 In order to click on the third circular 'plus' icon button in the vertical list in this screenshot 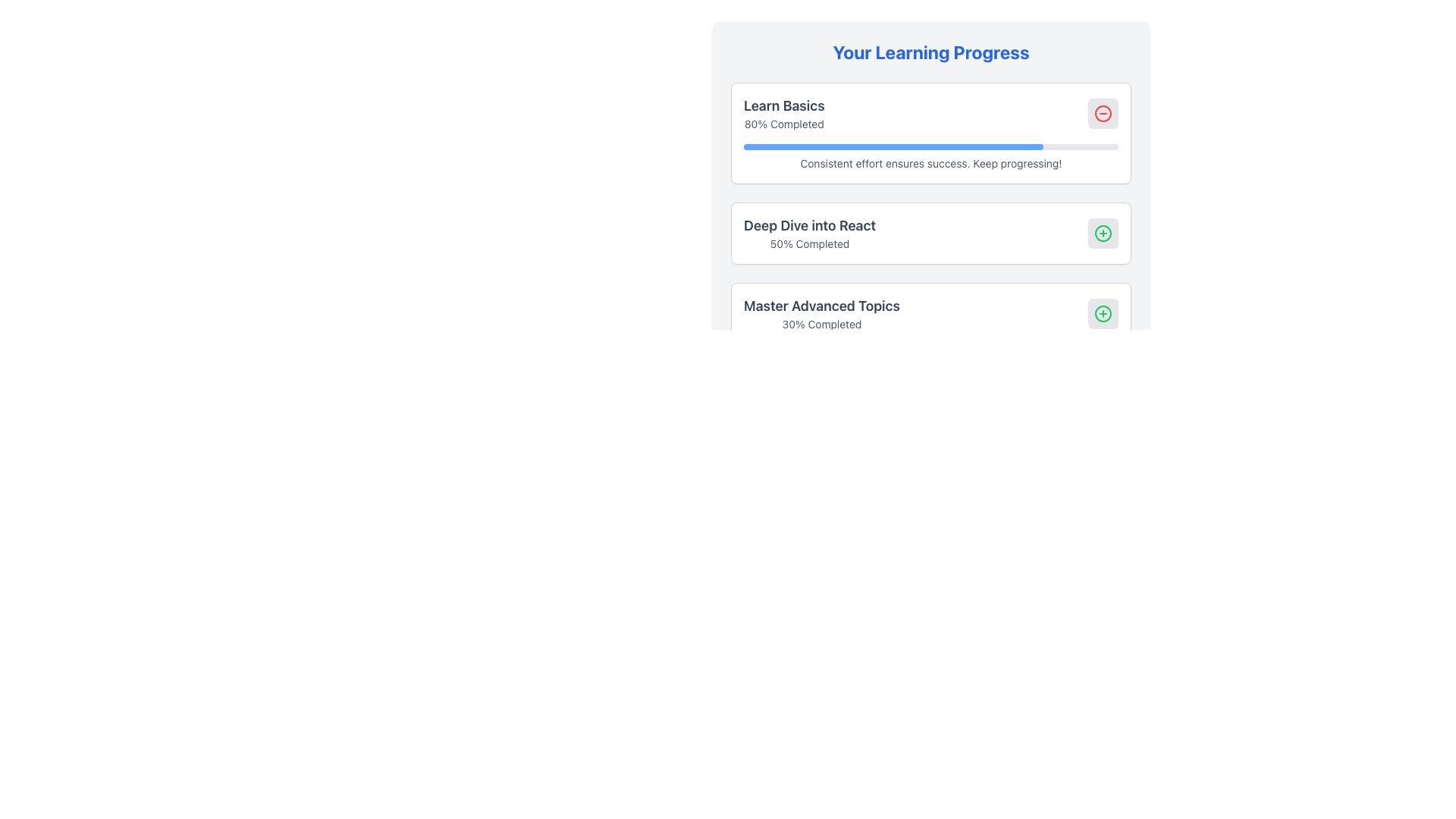, I will do `click(1103, 312)`.